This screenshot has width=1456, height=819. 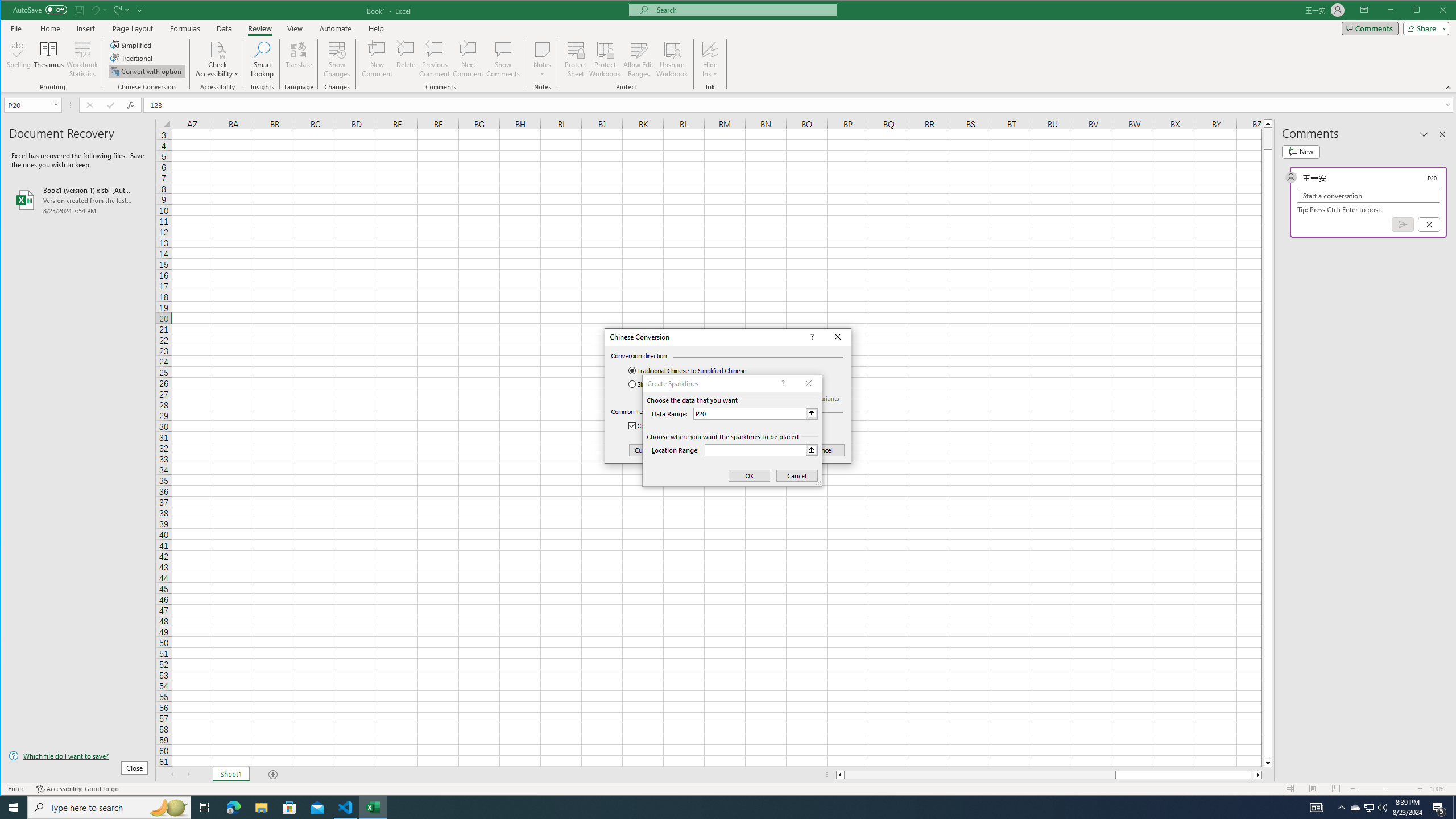 What do you see at coordinates (671, 425) in the screenshot?
I see `'Convert common terms'` at bounding box center [671, 425].